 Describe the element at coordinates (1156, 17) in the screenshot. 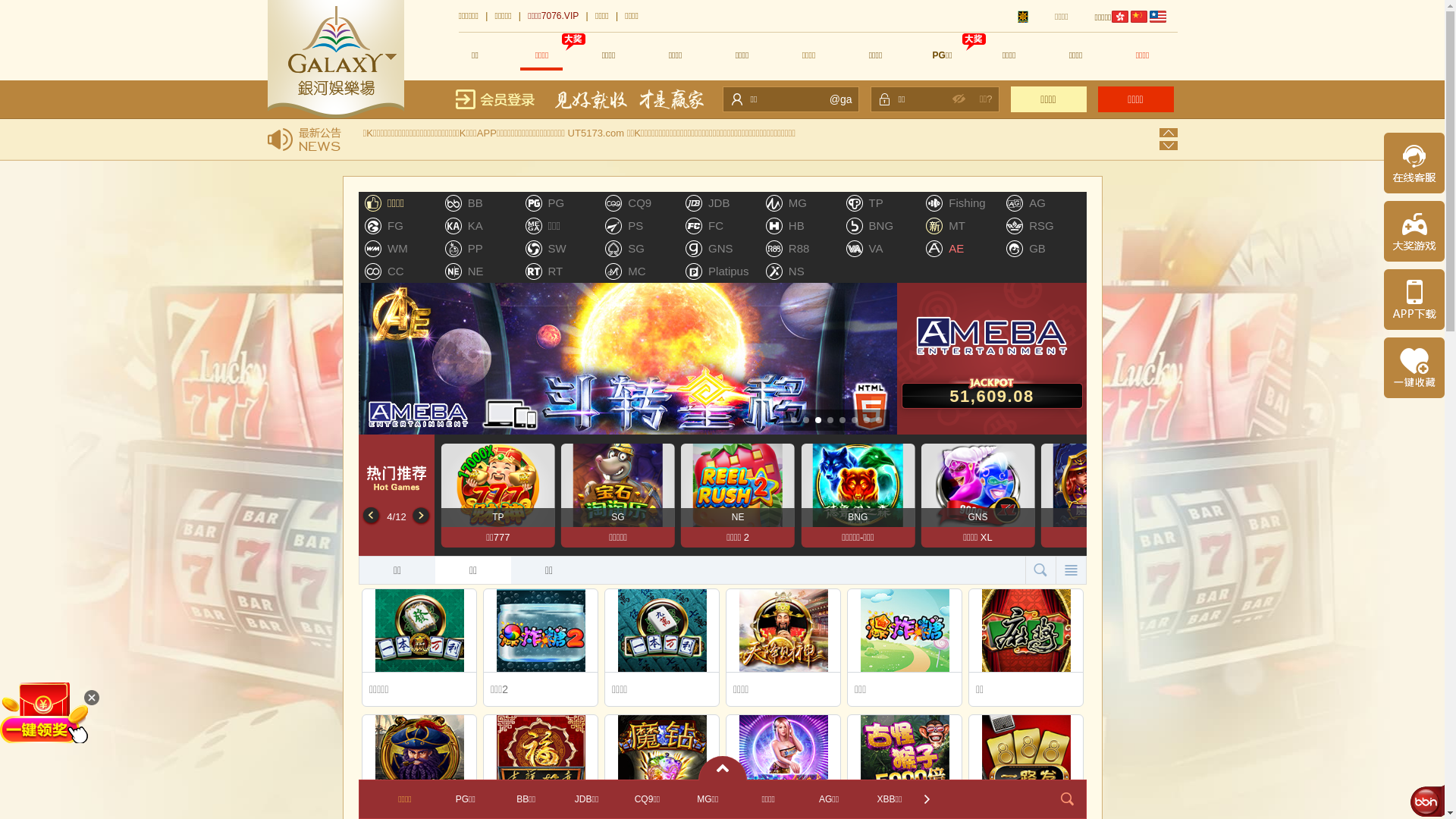

I see `'English'` at that location.